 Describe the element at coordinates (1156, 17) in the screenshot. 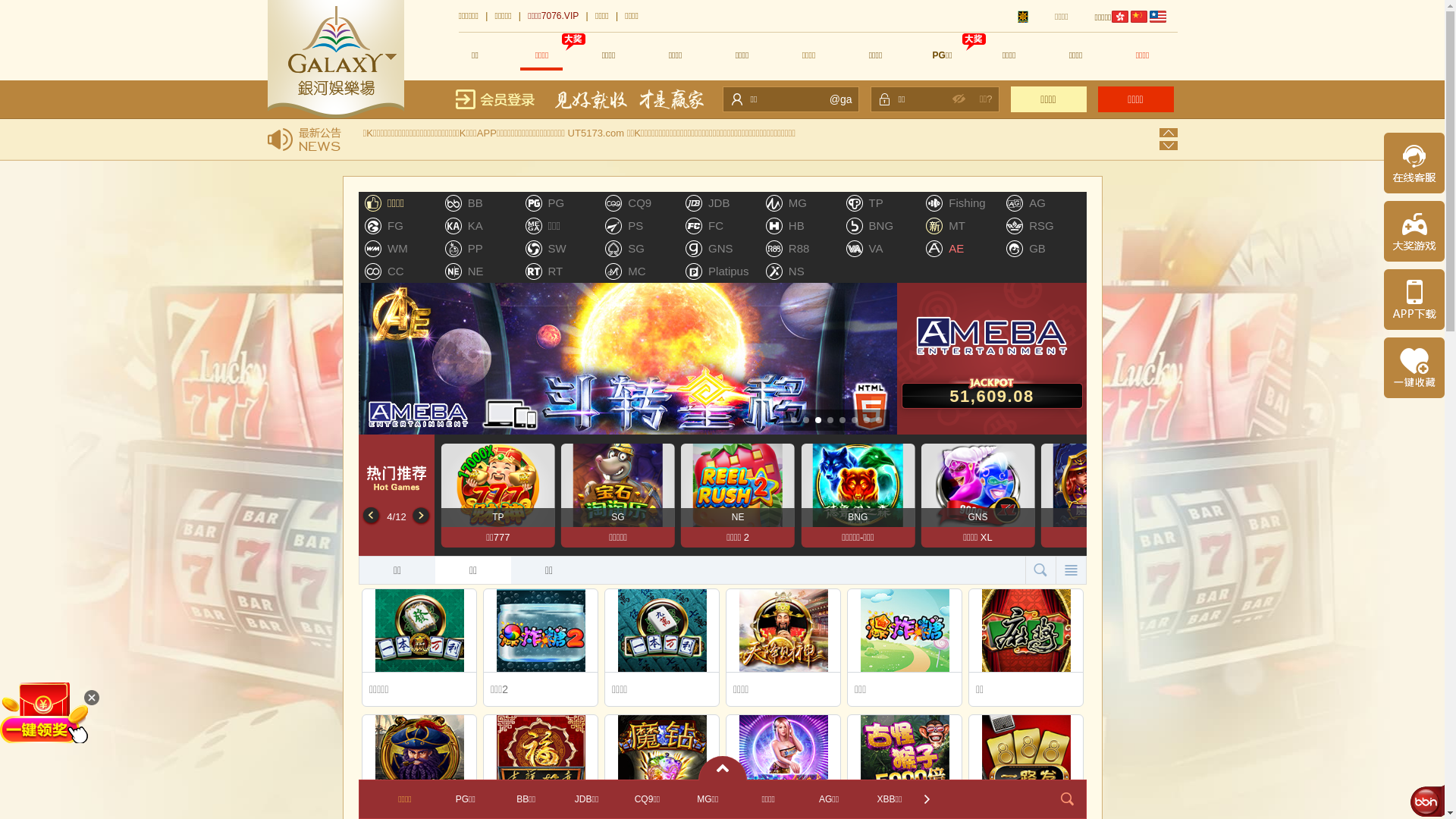

I see `'English'` at that location.